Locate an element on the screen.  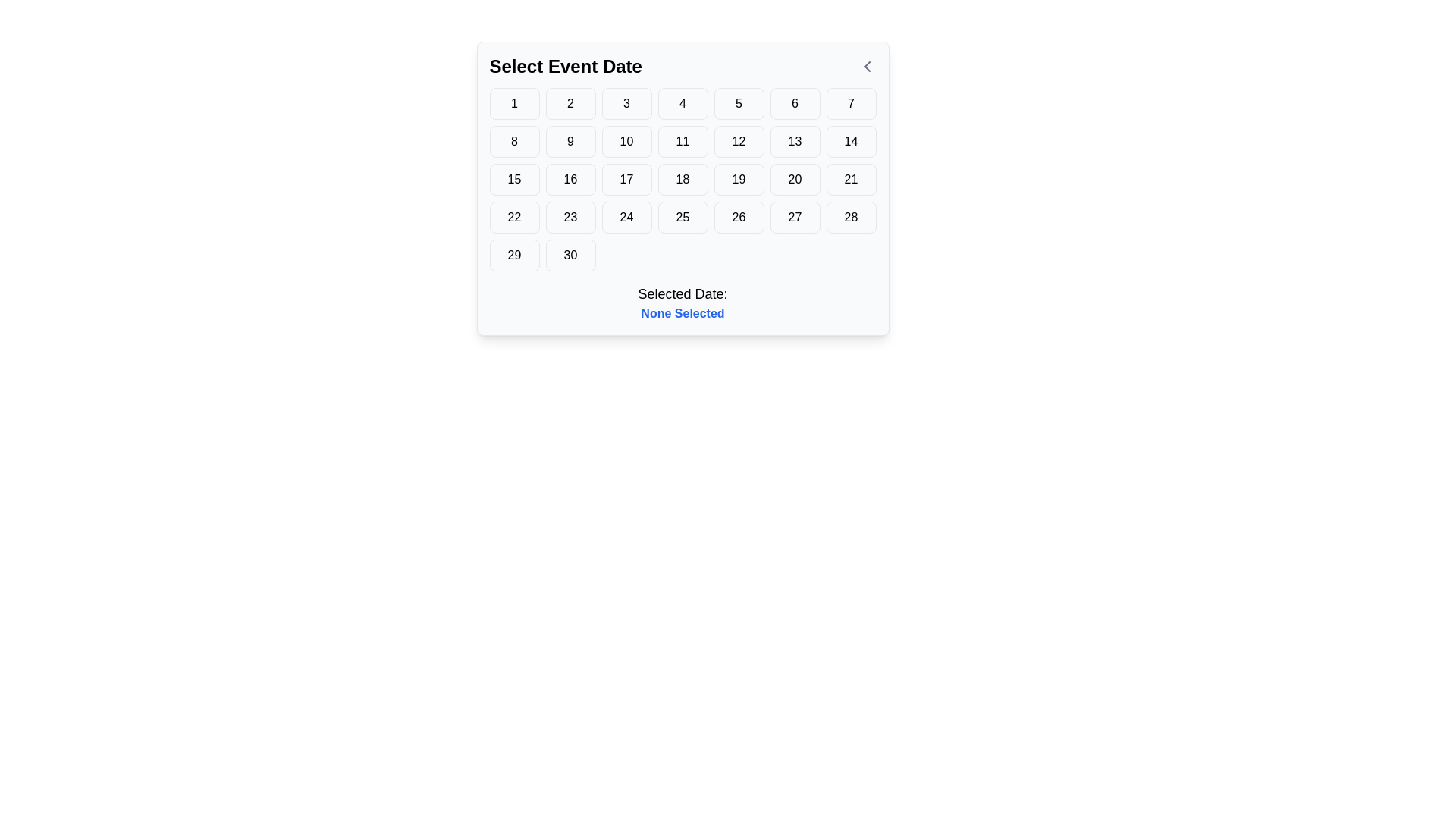
the rounded rectangle button with a gray border and a white background, which has a black number '3' centered inside is located at coordinates (626, 103).